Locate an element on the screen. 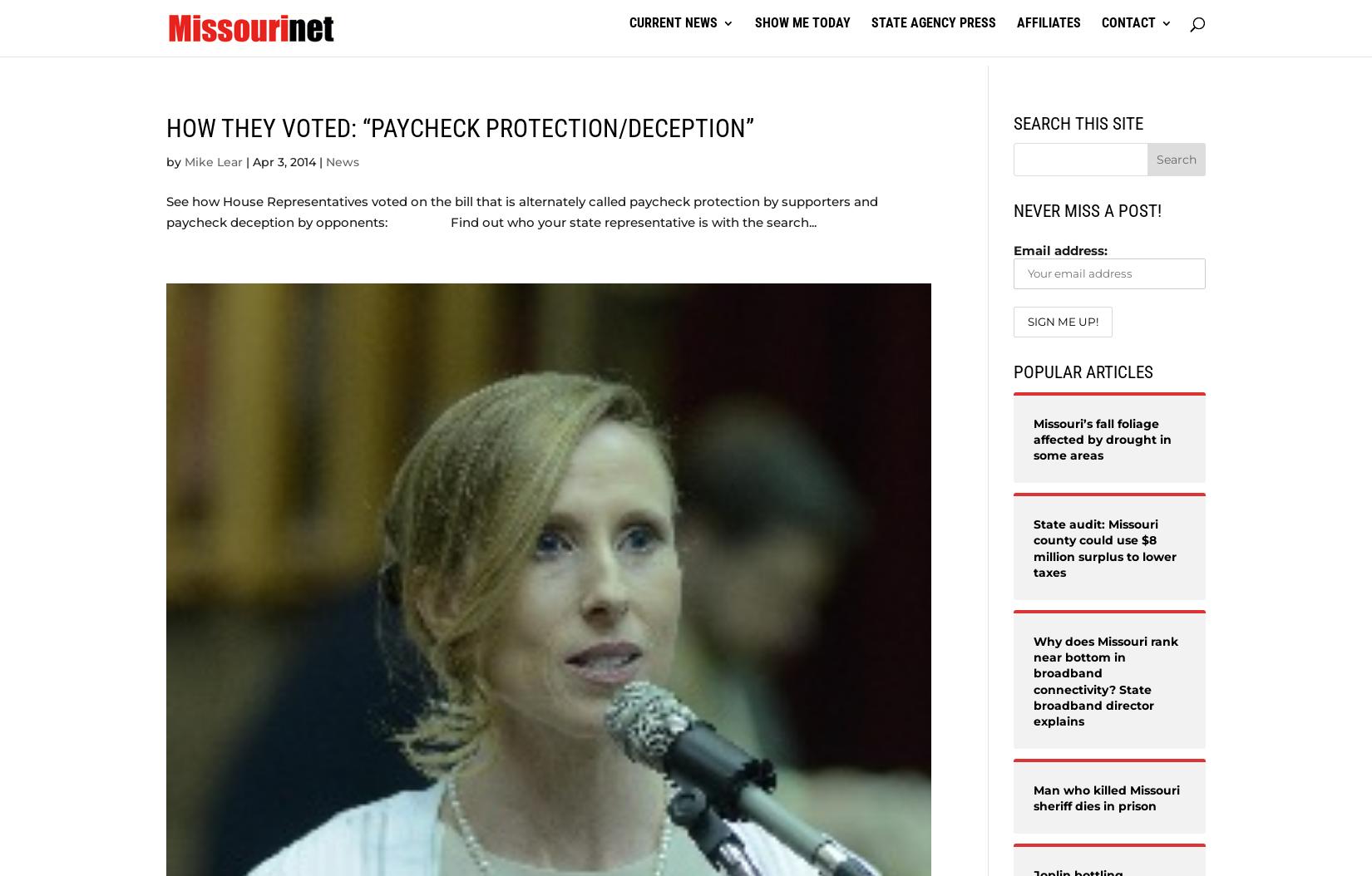 The height and width of the screenshot is (876, 1372). 'Why does Missouri rank near bottom in broadband connectivity? State broadband director explains' is located at coordinates (1105, 679).